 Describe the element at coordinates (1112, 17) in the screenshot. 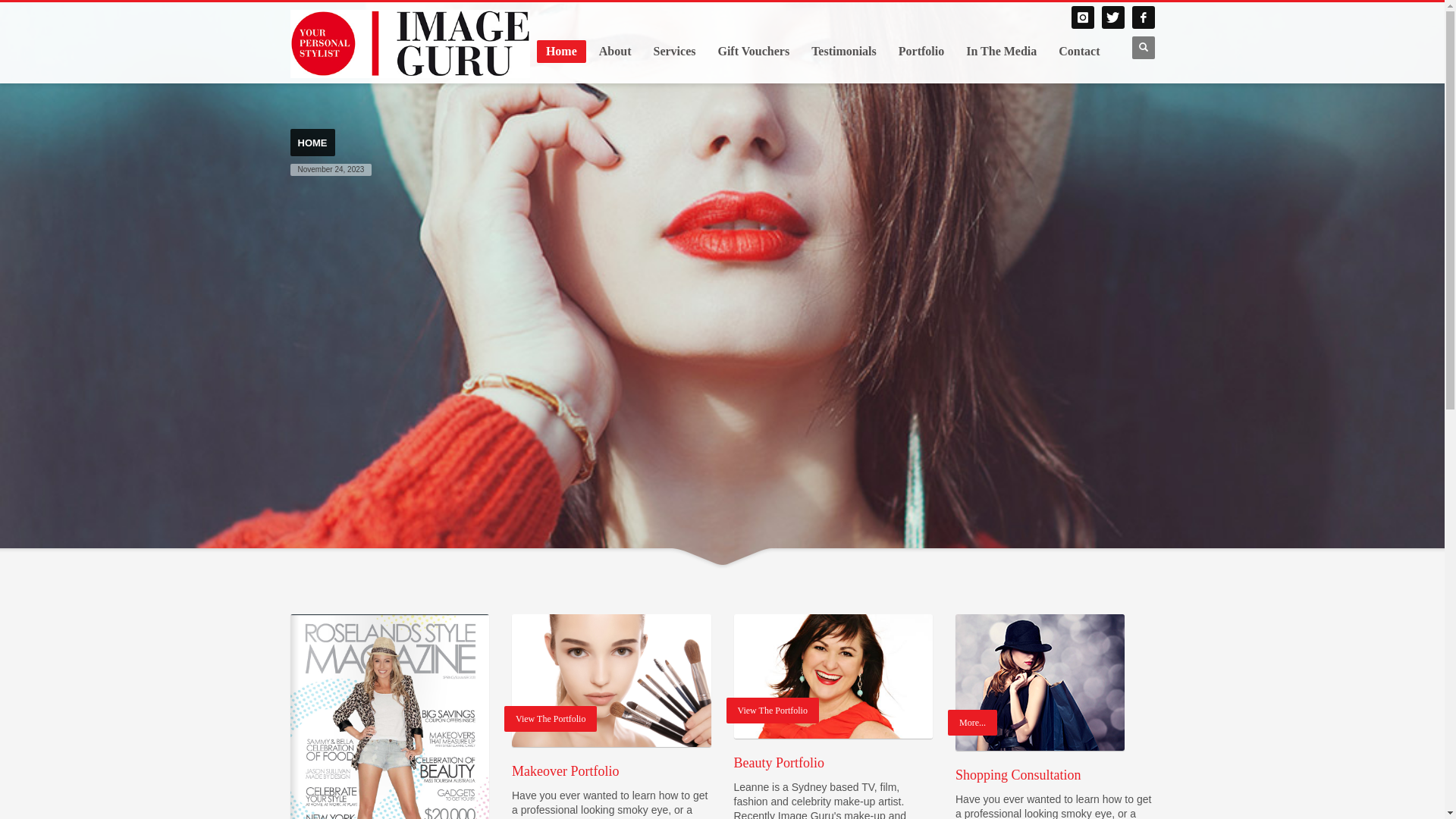

I see `'Twitter'` at that location.